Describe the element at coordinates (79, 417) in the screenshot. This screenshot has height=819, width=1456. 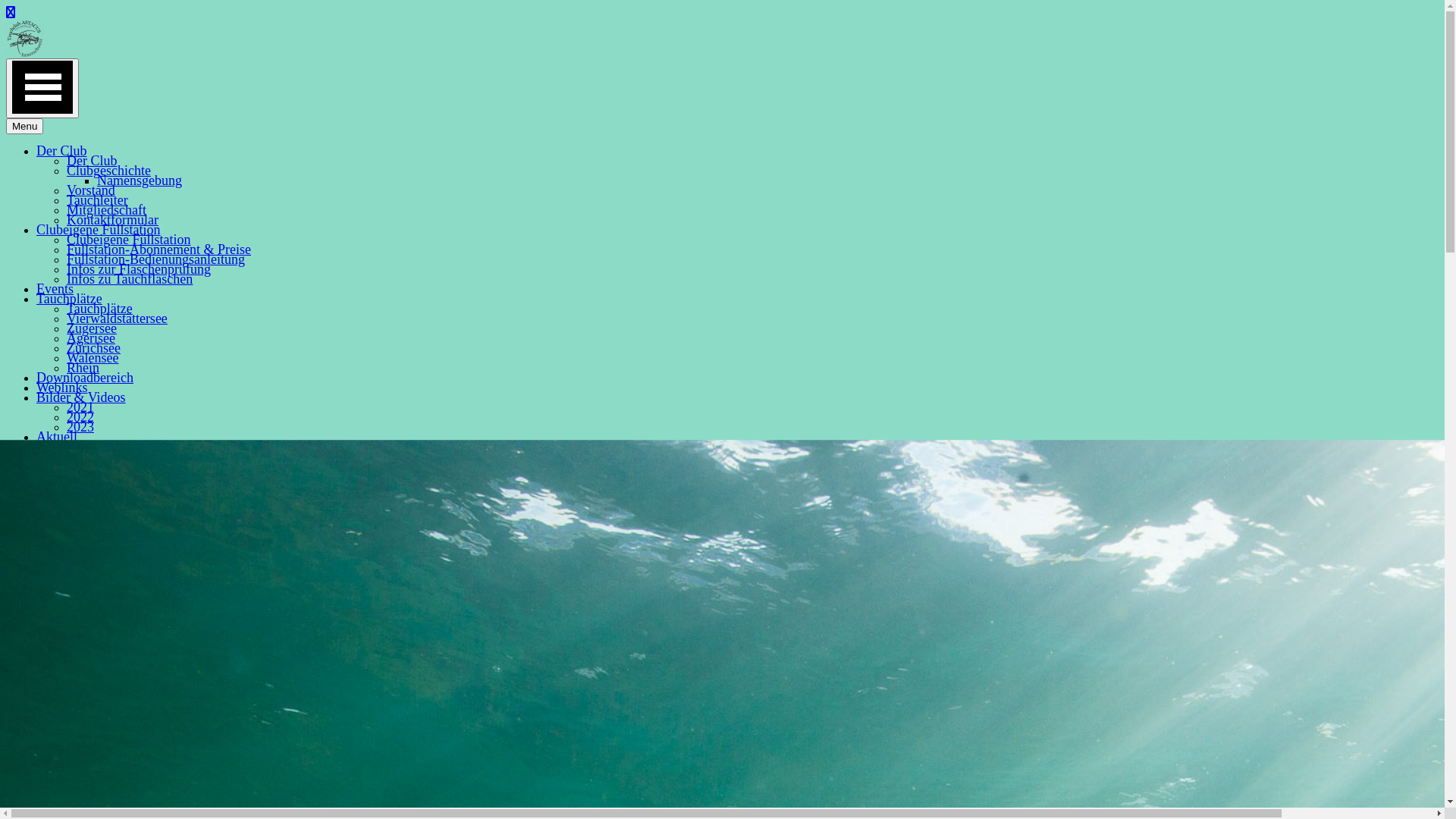
I see `'2022'` at that location.